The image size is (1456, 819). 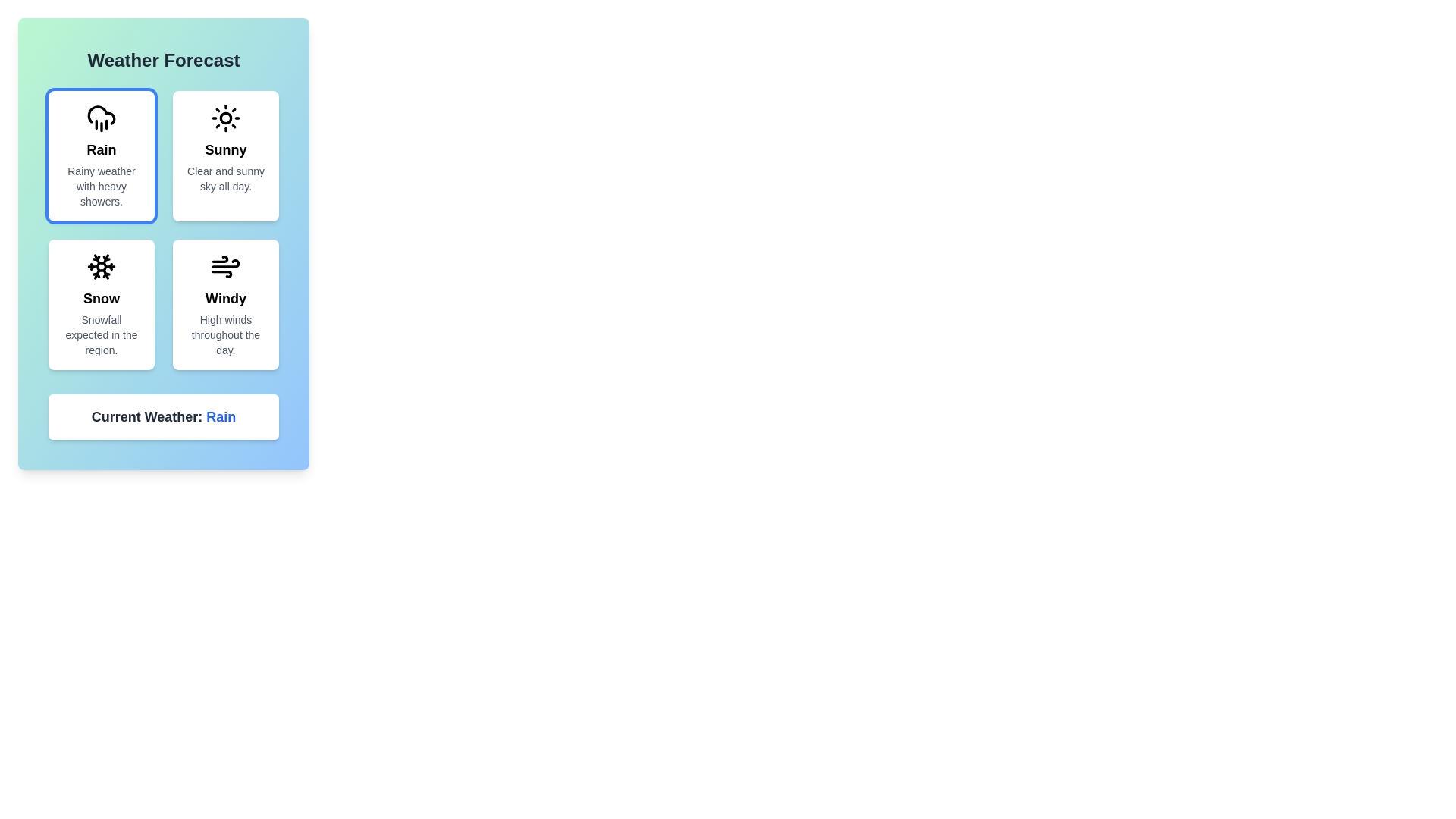 What do you see at coordinates (224, 149) in the screenshot?
I see `the 'Sunny' text label, which indicates the weather condition in the second card of a 2x2 grid layout, located directly below the sun icon` at bounding box center [224, 149].